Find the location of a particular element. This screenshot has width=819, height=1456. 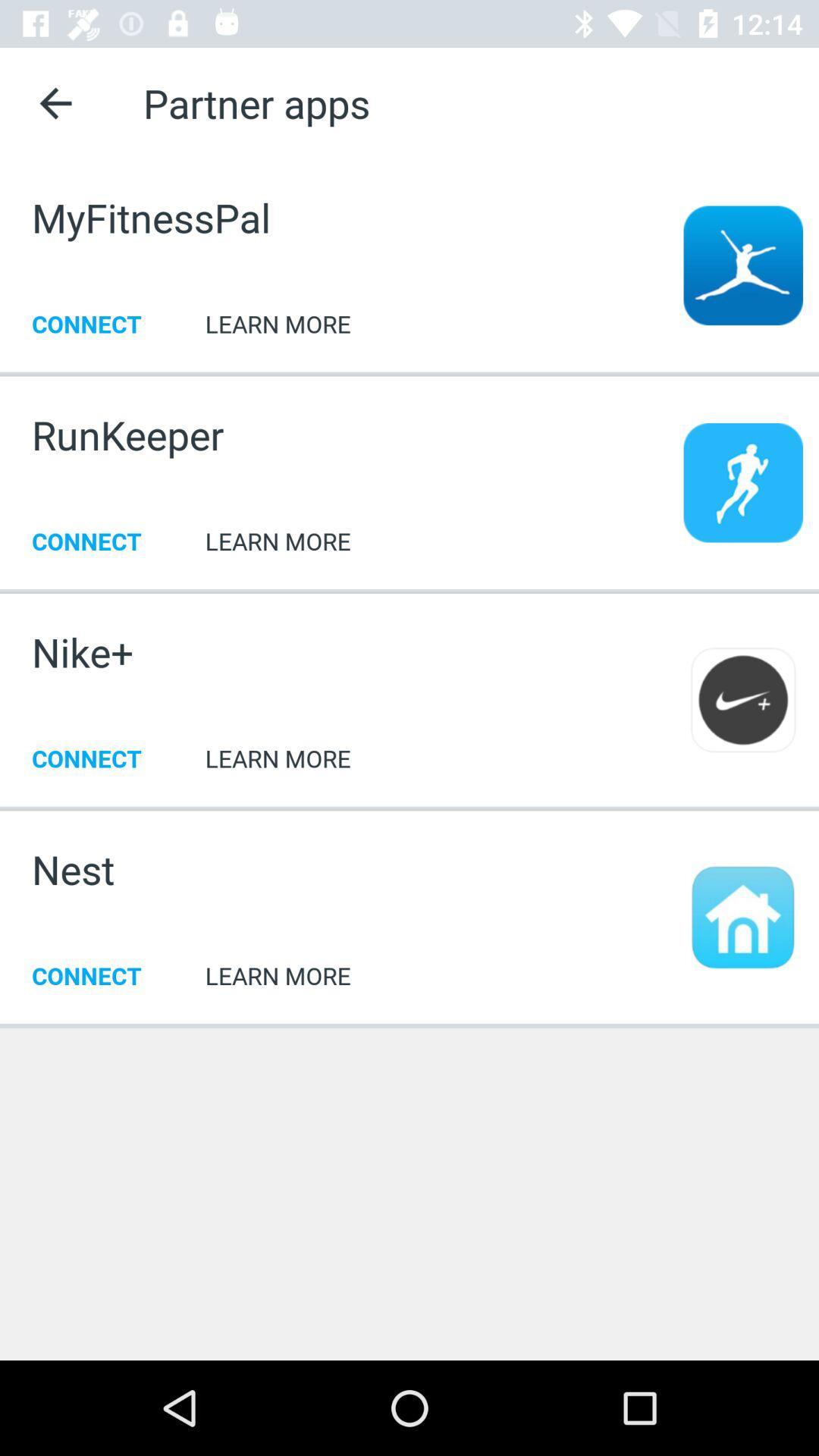

the app next to partner apps icon is located at coordinates (55, 102).